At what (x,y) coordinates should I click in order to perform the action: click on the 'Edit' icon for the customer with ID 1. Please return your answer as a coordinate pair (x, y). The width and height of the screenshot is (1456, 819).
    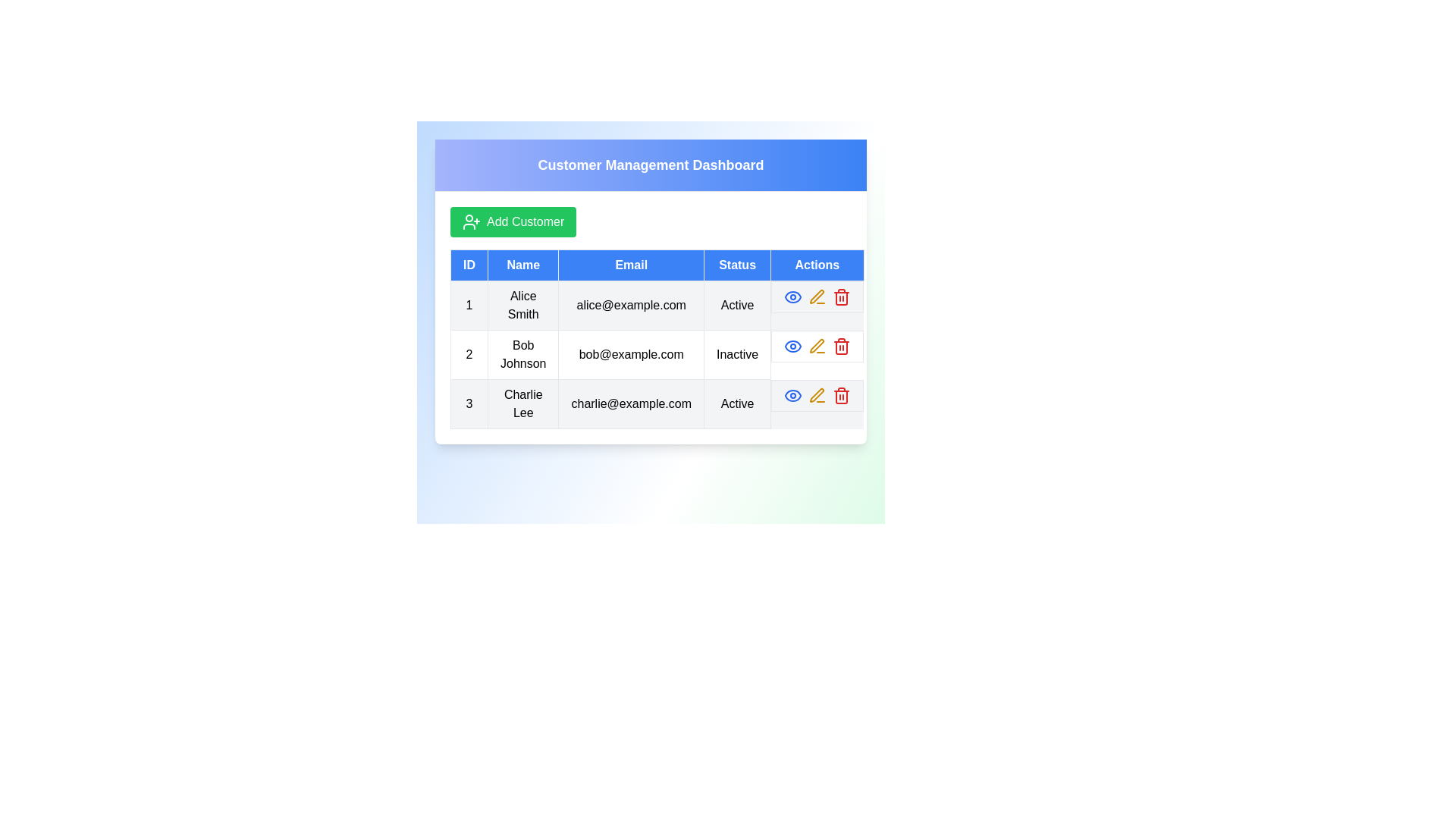
    Looking at the image, I should click on (817, 297).